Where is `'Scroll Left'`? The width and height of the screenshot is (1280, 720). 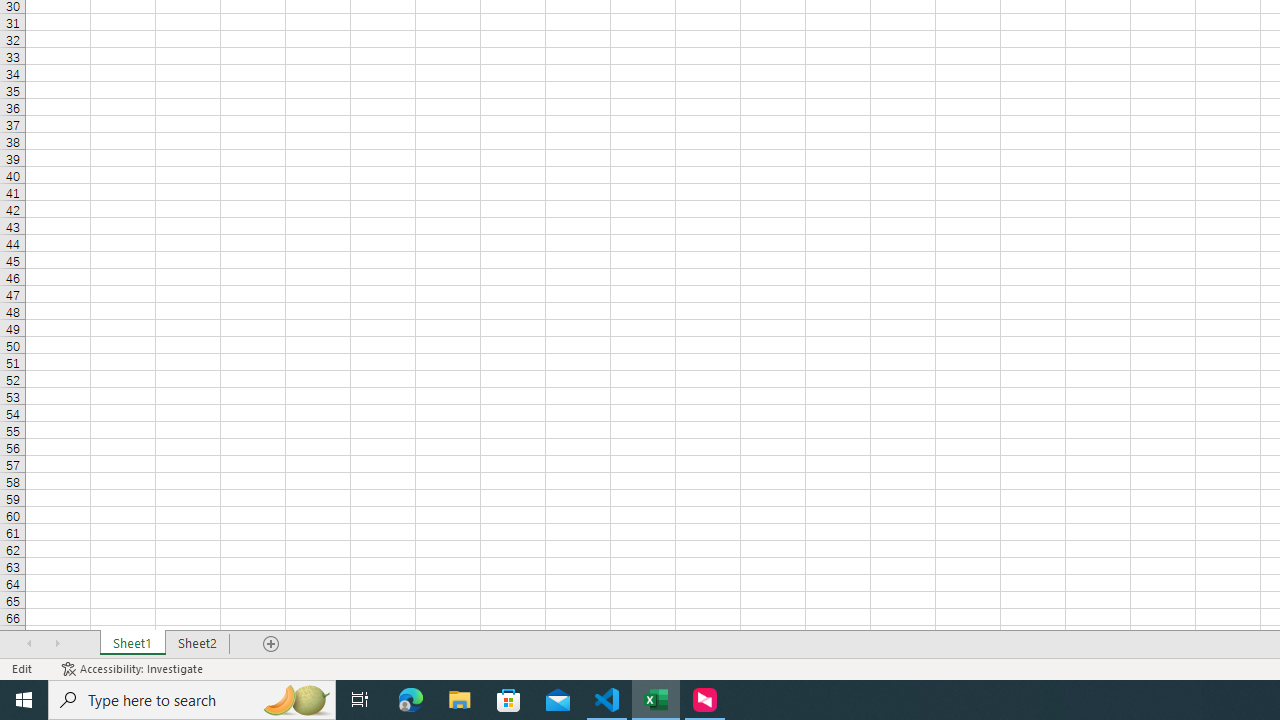
'Scroll Left' is located at coordinates (29, 644).